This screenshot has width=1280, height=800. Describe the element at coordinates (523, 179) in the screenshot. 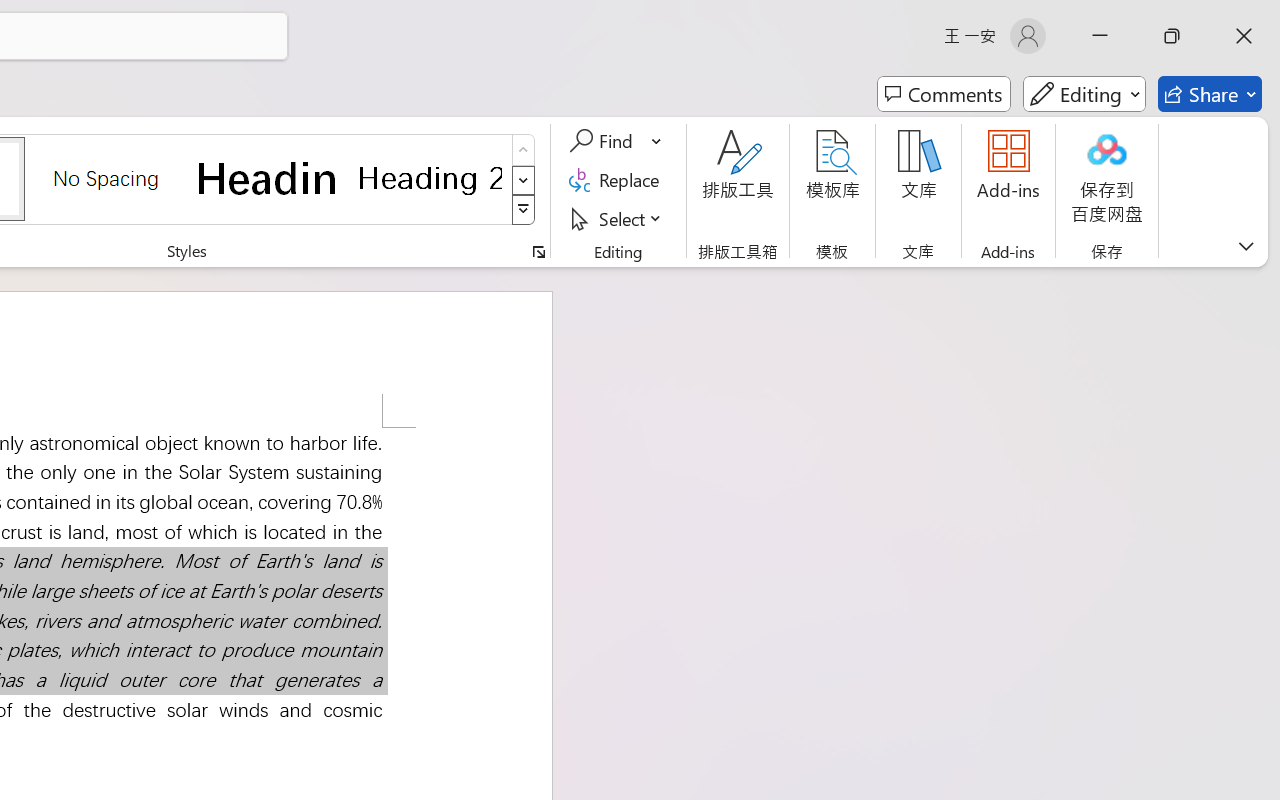

I see `'Row Down'` at that location.